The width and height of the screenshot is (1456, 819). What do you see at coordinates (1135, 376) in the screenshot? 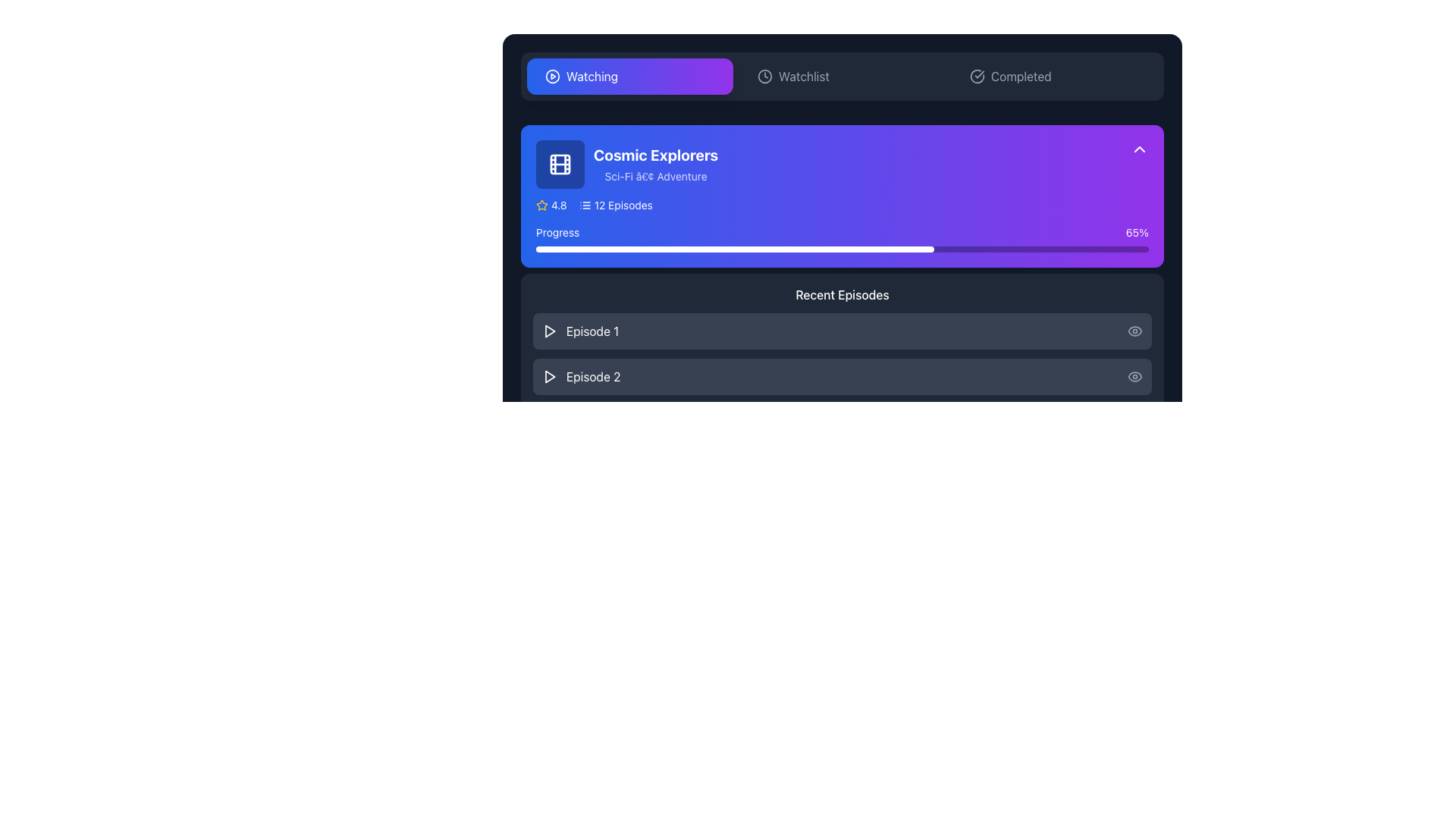
I see `the visibility icon located near the right edge of the row labeled 'Episode 2', which serves as an indicator for view-related actions` at bounding box center [1135, 376].